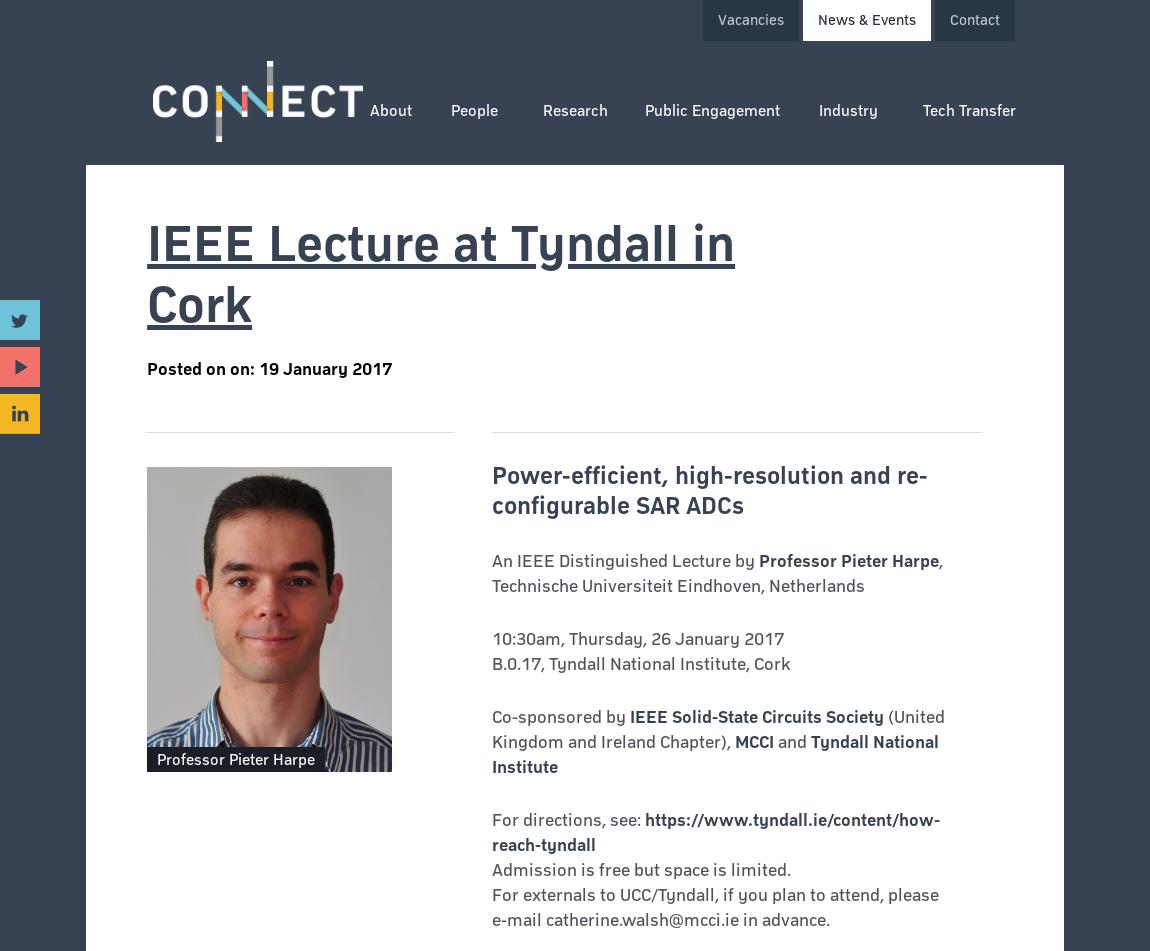  Describe the element at coordinates (707, 488) in the screenshot. I see `'Power-efficient, high-resolution and re-configurable SAR ADCs'` at that location.